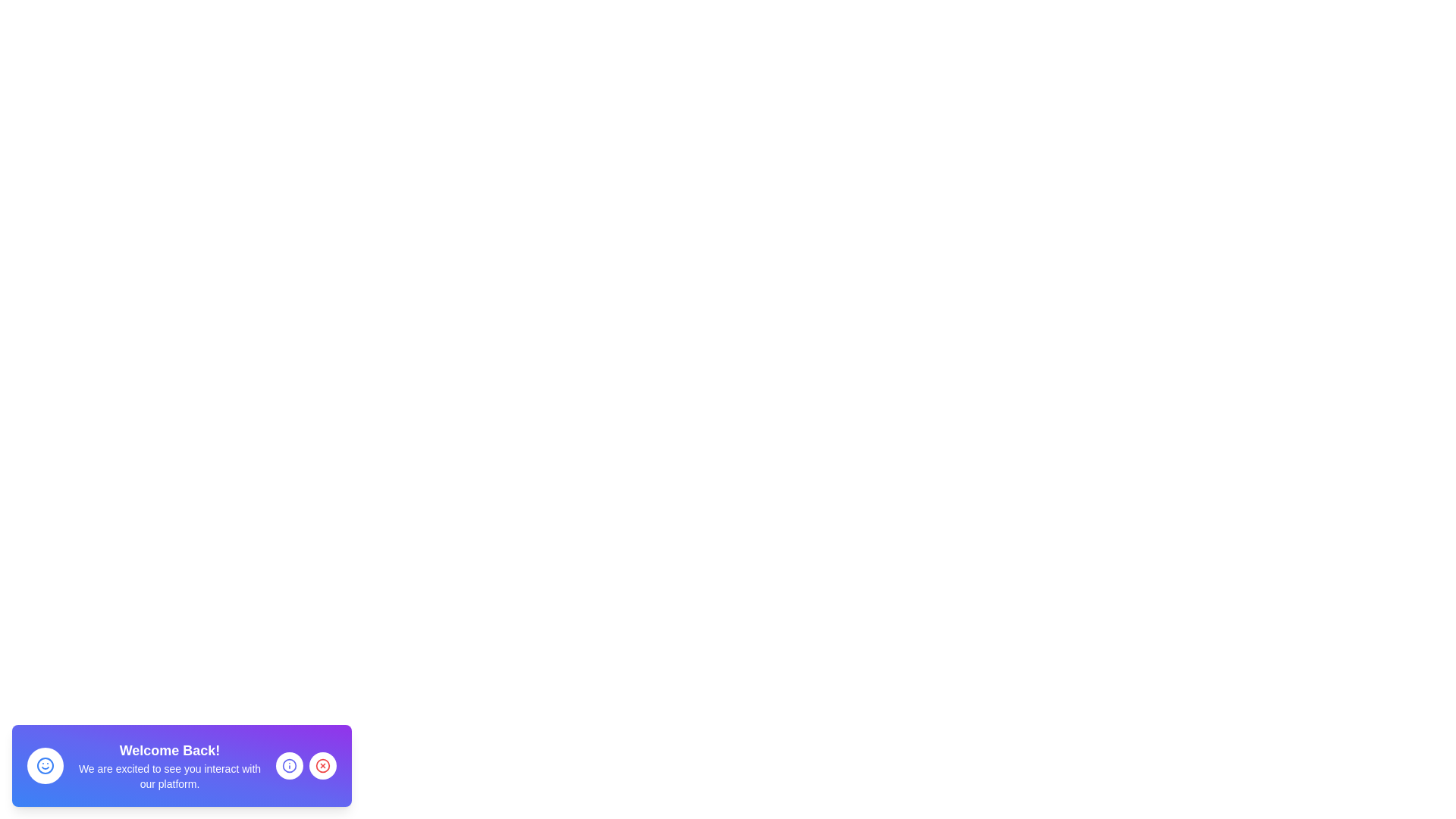 The height and width of the screenshot is (819, 1456). What do you see at coordinates (290, 766) in the screenshot?
I see `the information button to receive more information` at bounding box center [290, 766].